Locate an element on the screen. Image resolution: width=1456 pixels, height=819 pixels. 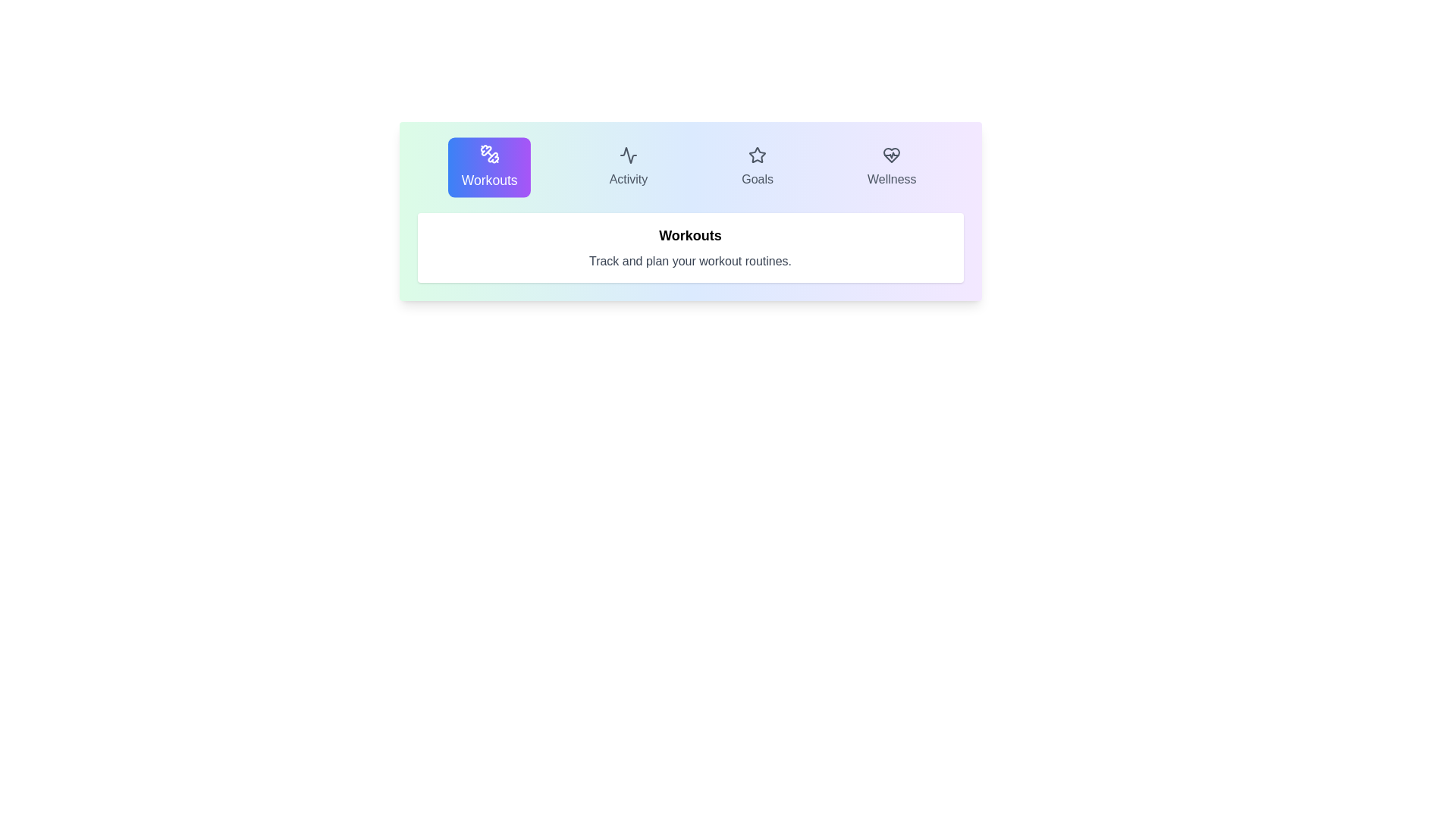
the bold 'Workouts' text label located at the top-center of a white box with rounded edges and shadow is located at coordinates (689, 236).